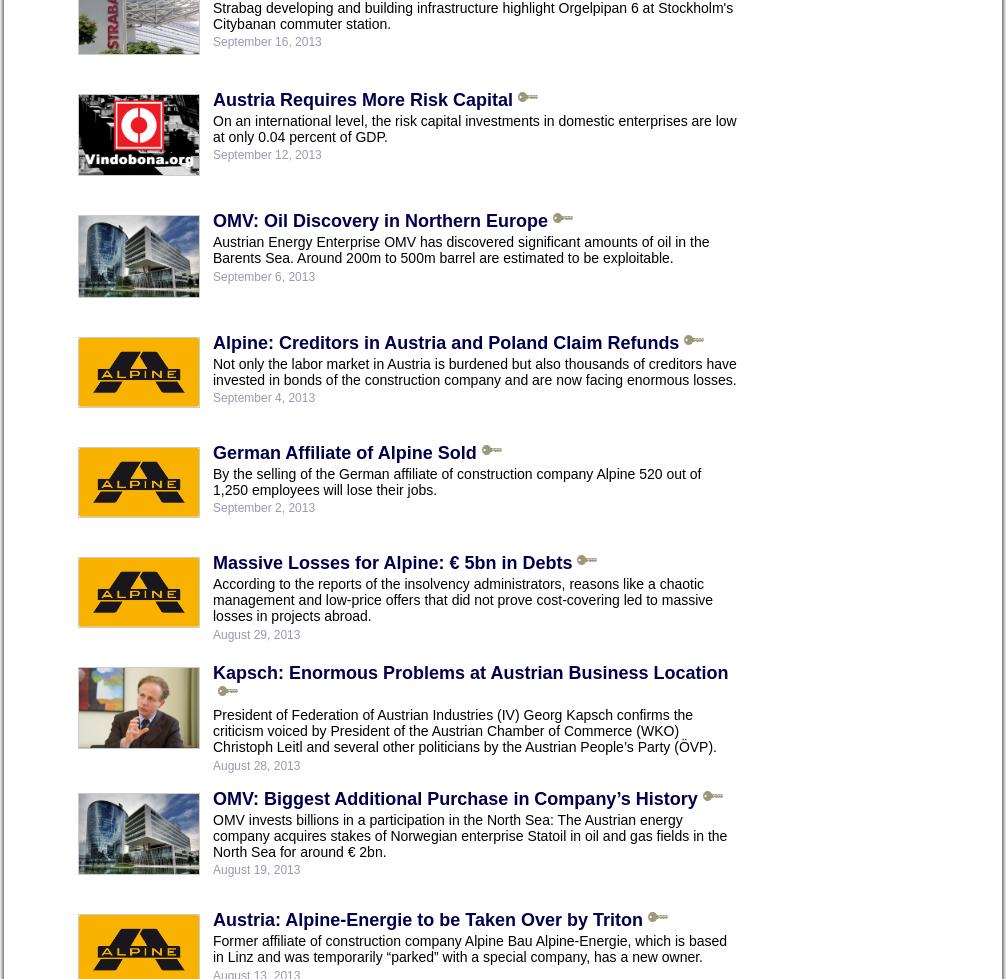 The width and height of the screenshot is (1006, 979). What do you see at coordinates (343, 452) in the screenshot?
I see `'German Affiliate of Alpine Sold'` at bounding box center [343, 452].